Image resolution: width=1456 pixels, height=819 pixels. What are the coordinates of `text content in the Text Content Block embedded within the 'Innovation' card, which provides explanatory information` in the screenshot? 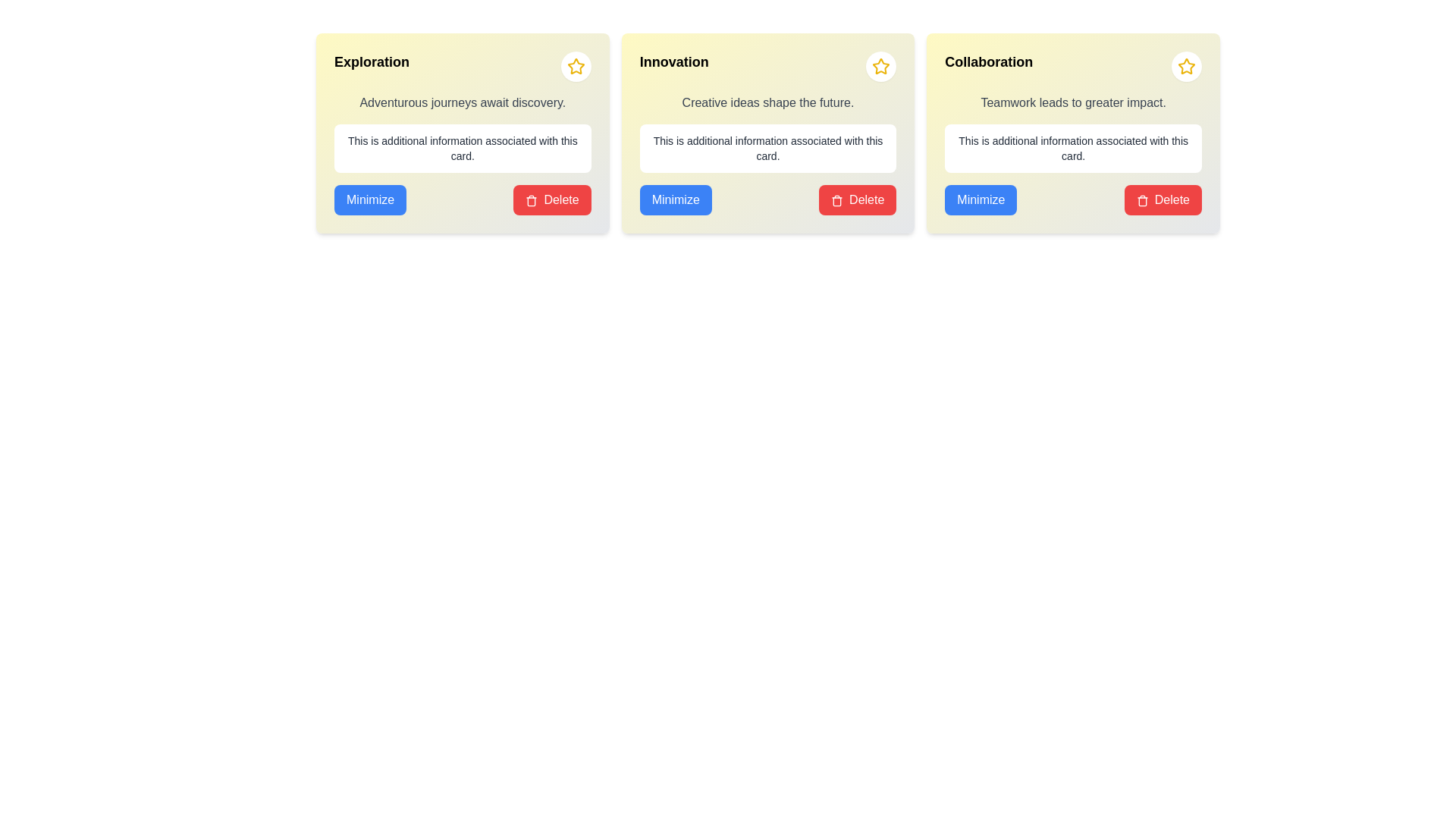 It's located at (767, 149).